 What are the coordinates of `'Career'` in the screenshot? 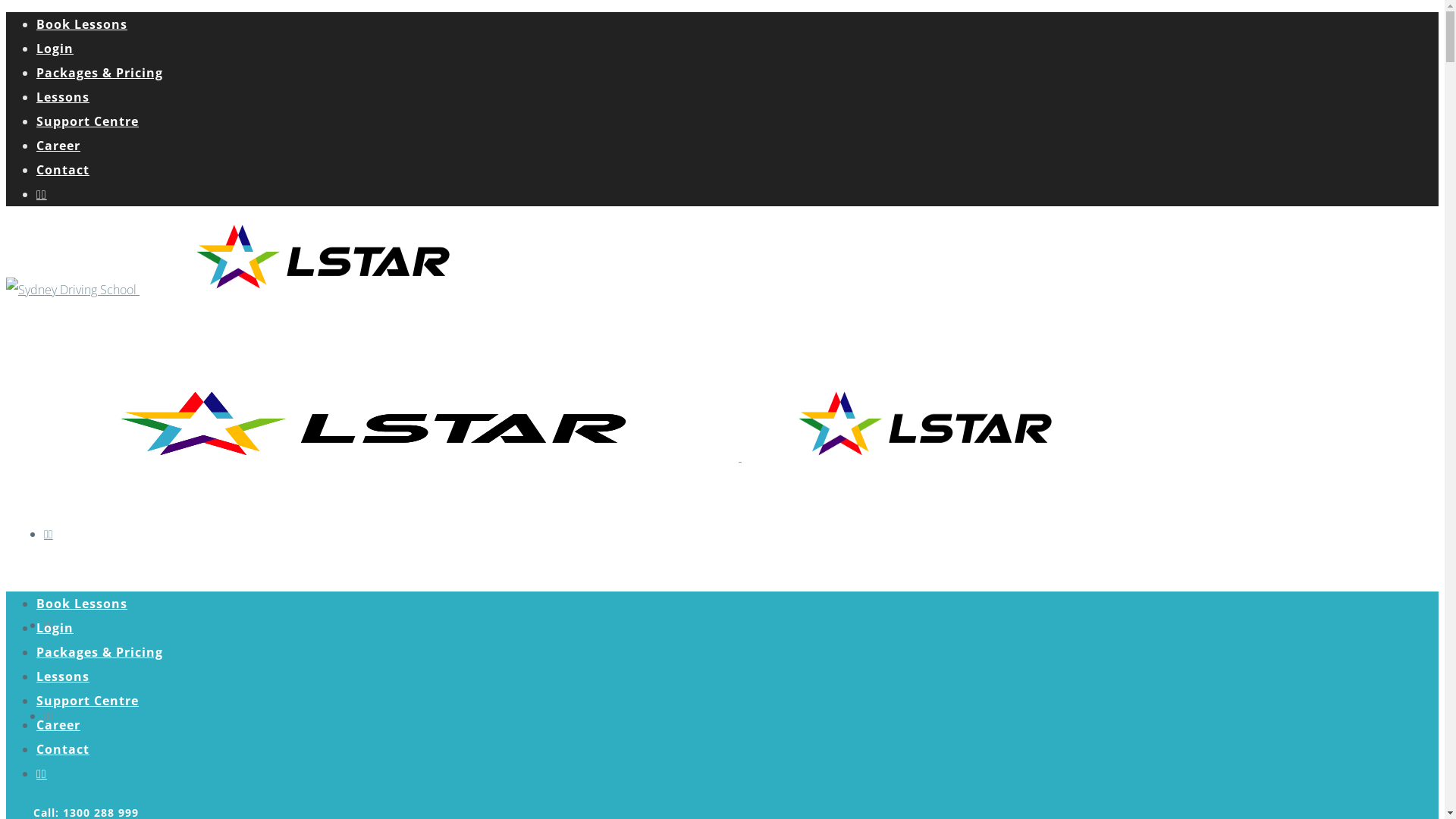 It's located at (58, 724).